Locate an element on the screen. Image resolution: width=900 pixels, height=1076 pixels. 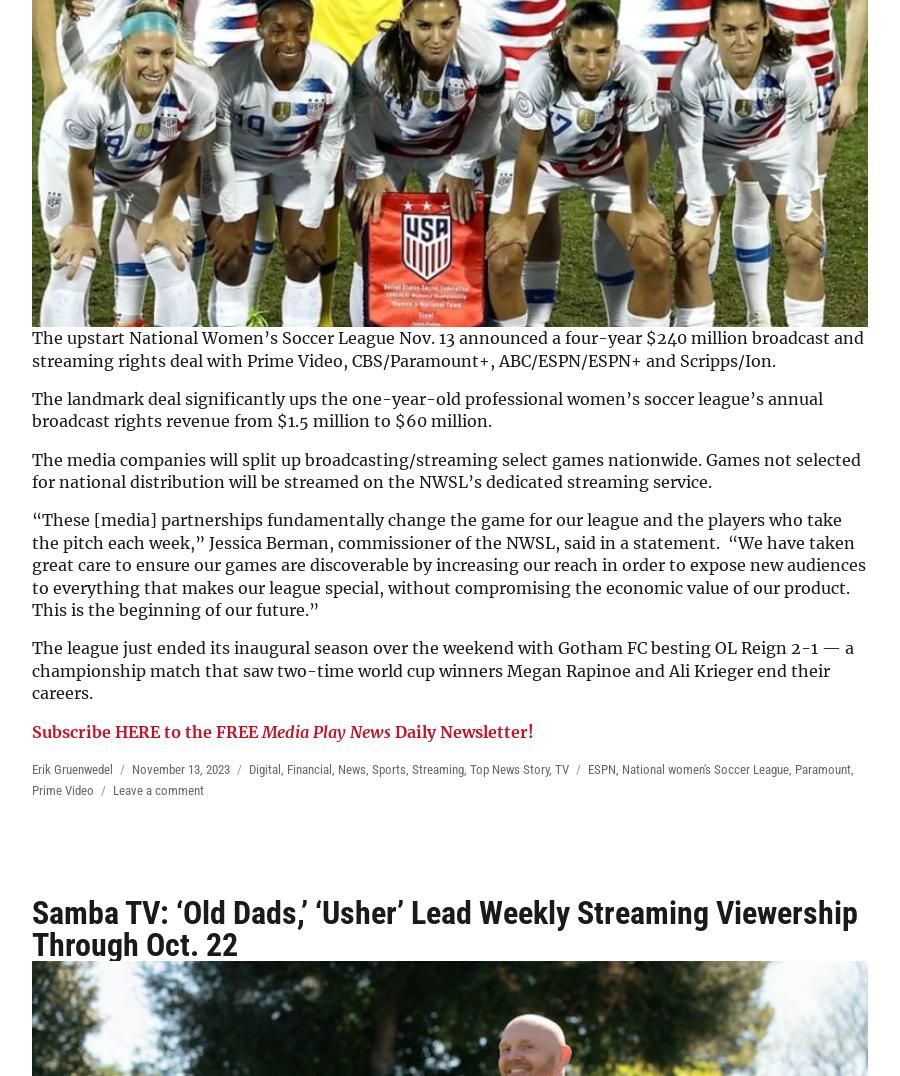
'ESPN' is located at coordinates (602, 769).